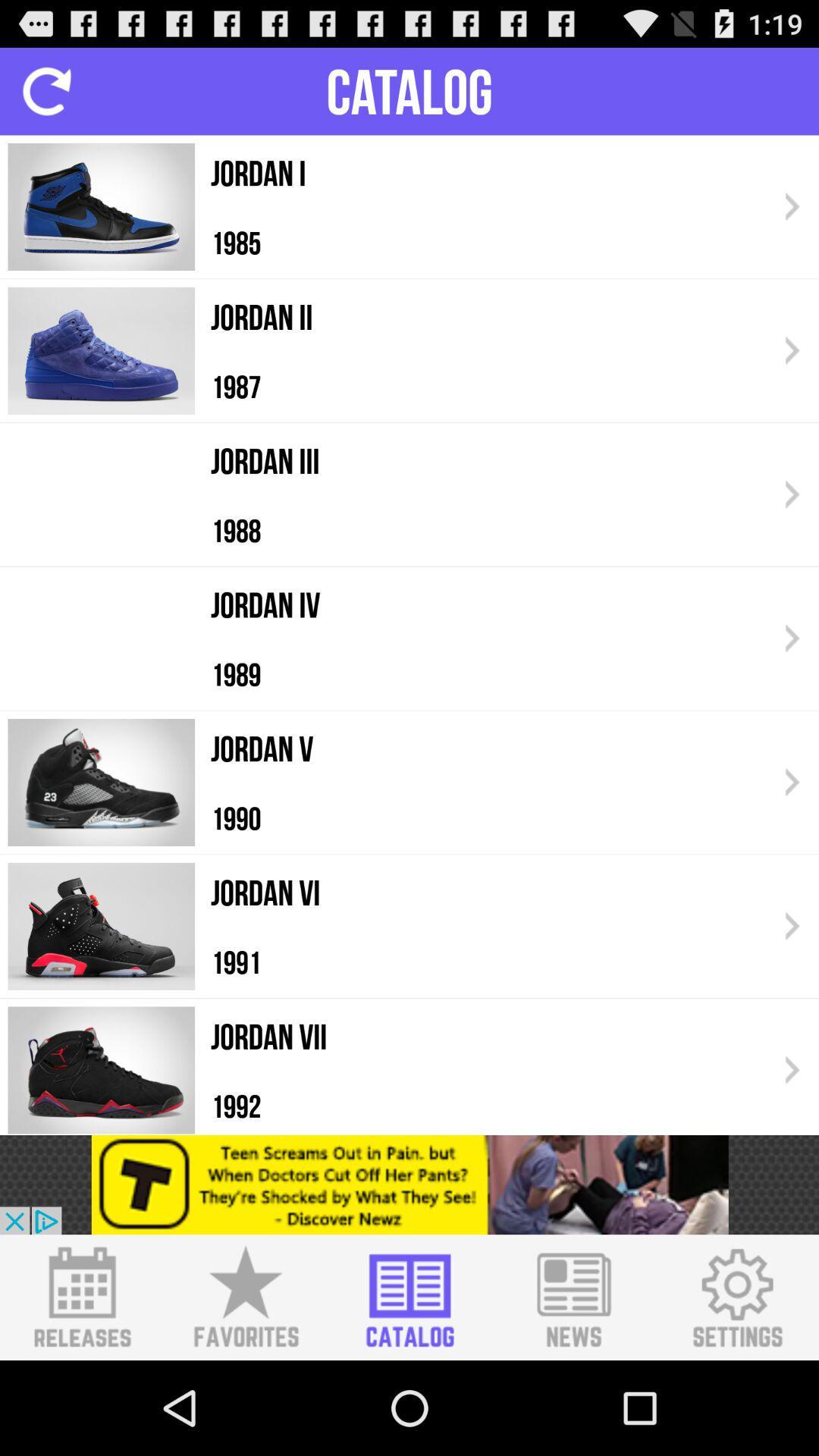 This screenshot has width=819, height=1456. What do you see at coordinates (409, 1297) in the screenshot?
I see `catalog menu` at bounding box center [409, 1297].